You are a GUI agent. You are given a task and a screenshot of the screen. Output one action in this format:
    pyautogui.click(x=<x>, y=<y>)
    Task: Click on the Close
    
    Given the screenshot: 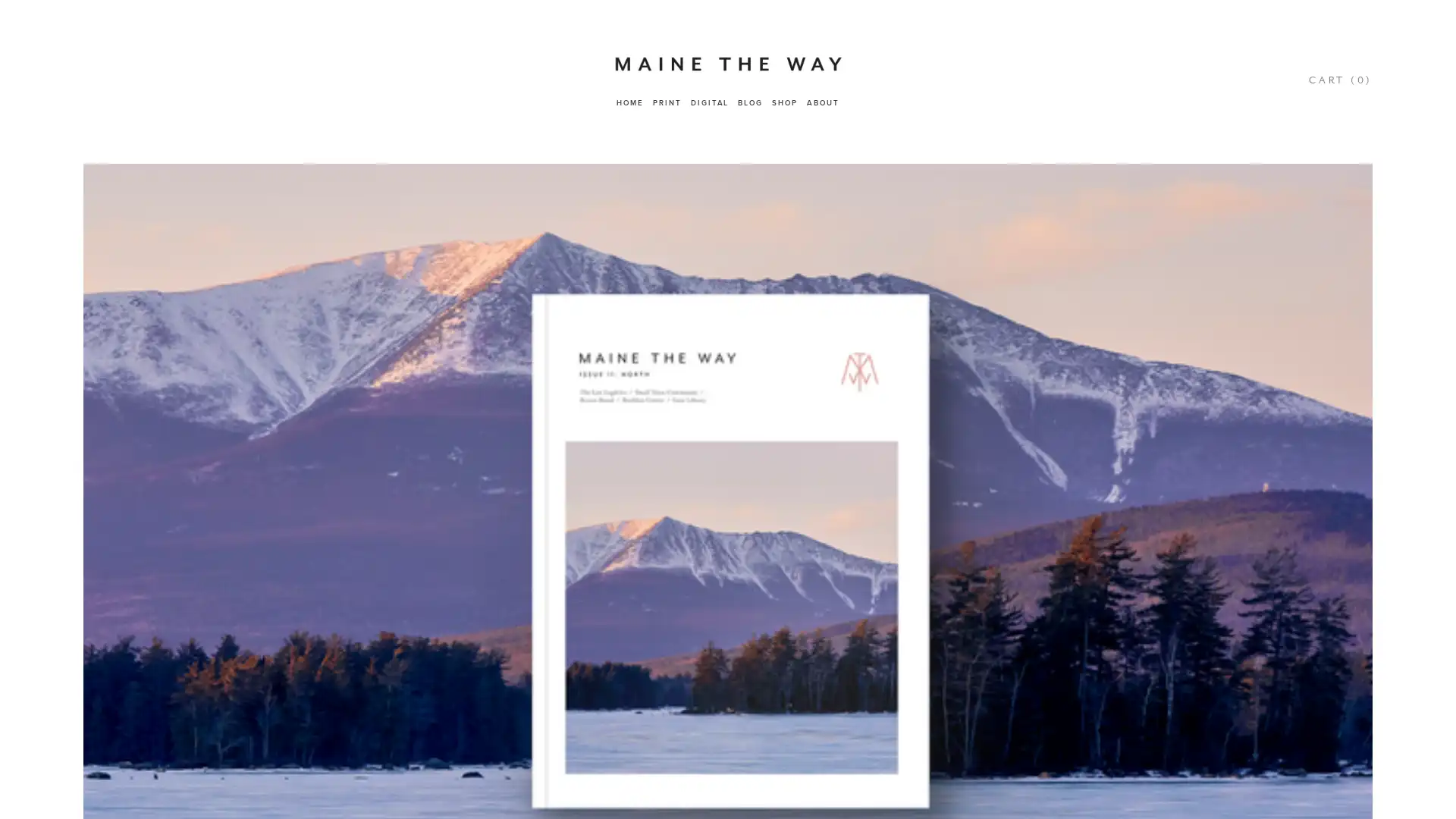 What is the action you would take?
    pyautogui.click(x=1381, y=478)
    